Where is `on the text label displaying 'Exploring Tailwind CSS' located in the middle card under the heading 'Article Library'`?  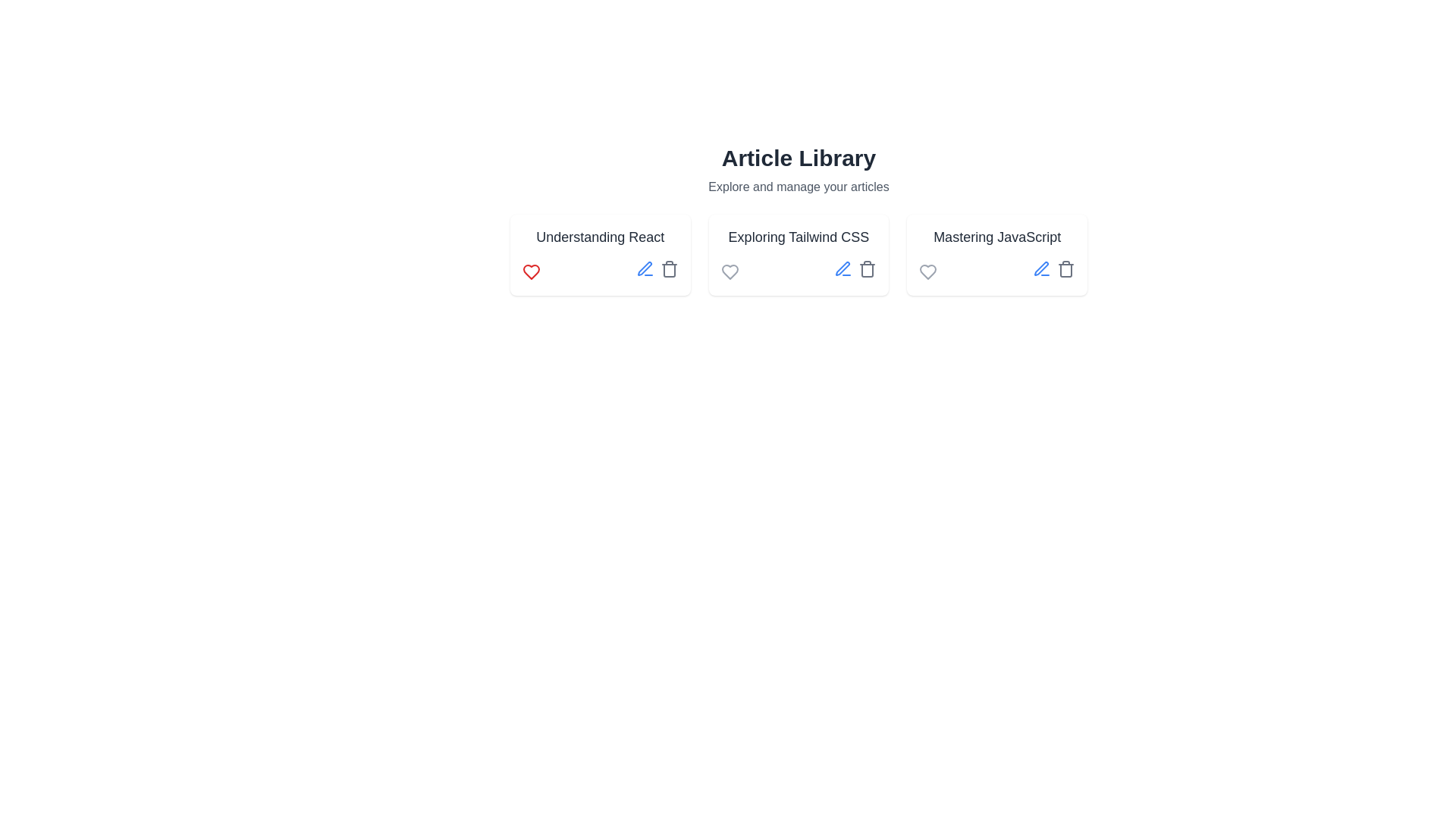
on the text label displaying 'Exploring Tailwind CSS' located in the middle card under the heading 'Article Library' is located at coordinates (798, 237).